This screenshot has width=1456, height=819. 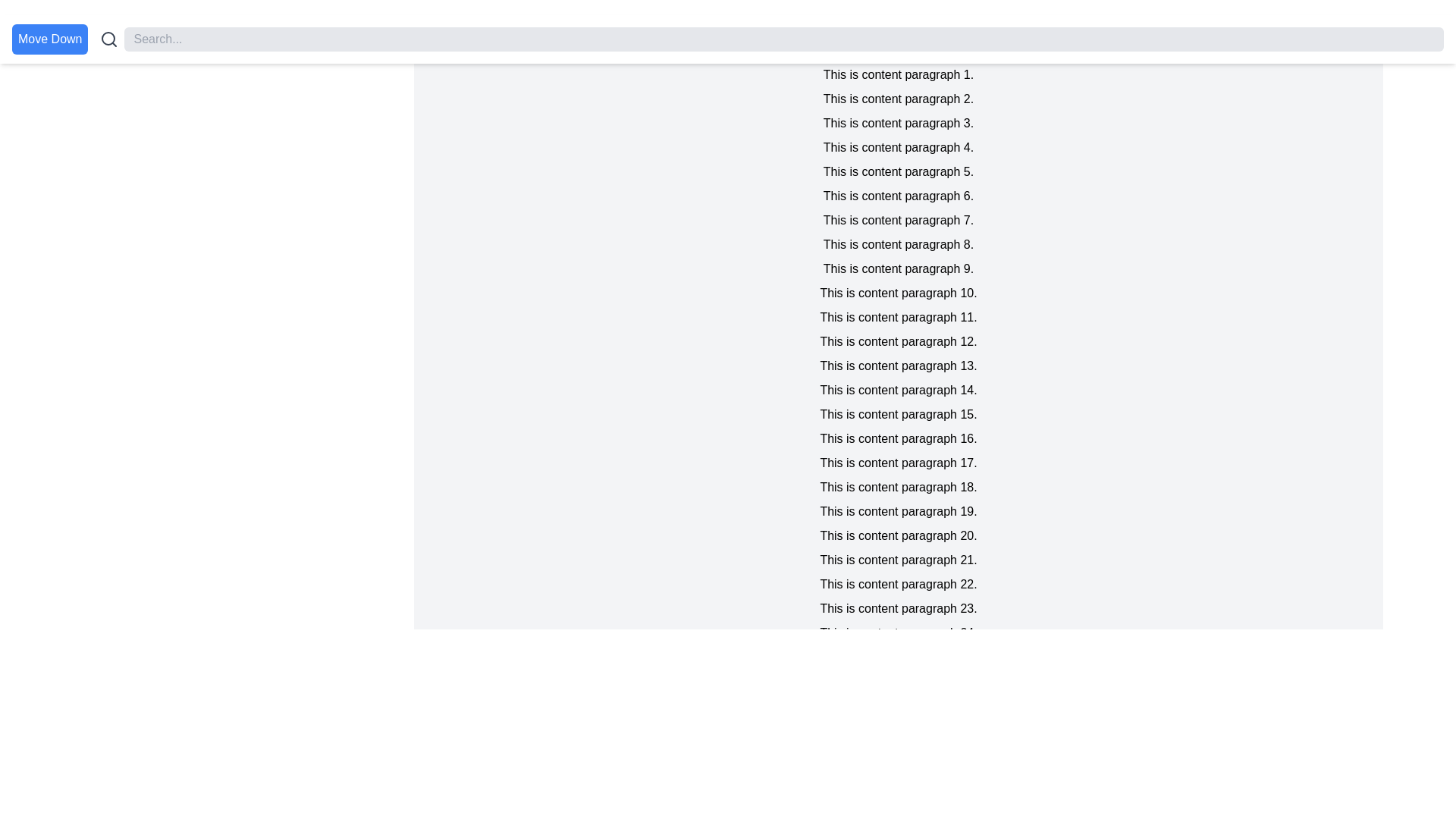 What do you see at coordinates (899, 584) in the screenshot?
I see `the non-interactive informational text block, which is the 22nd item in a list of content paragraphs, located between the 21st and 23rd paragraphs` at bounding box center [899, 584].